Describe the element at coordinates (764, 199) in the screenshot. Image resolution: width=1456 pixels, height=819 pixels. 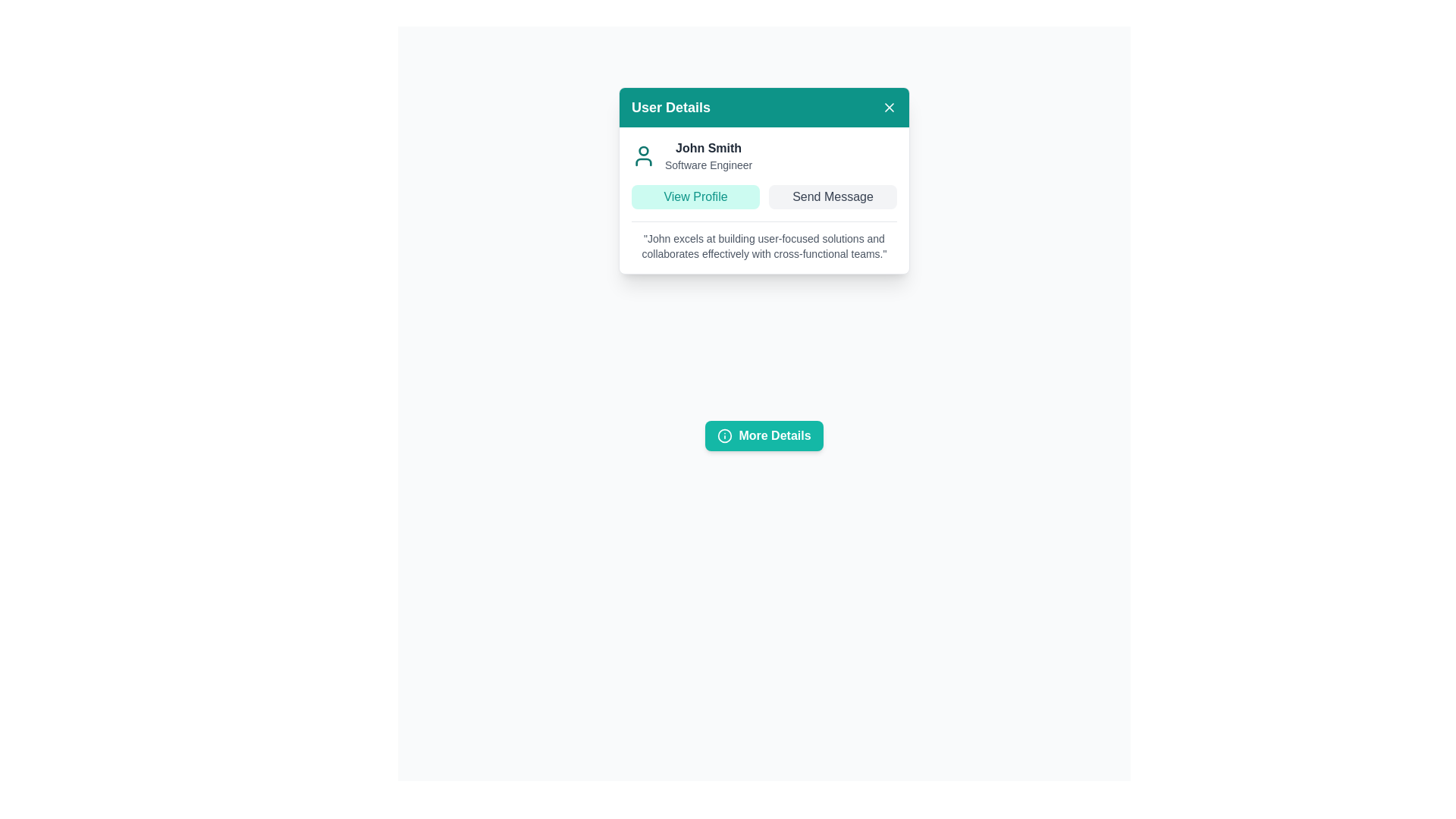
I see `the 'Send Message' button in the User profile summary section of John Smith's modal` at that location.